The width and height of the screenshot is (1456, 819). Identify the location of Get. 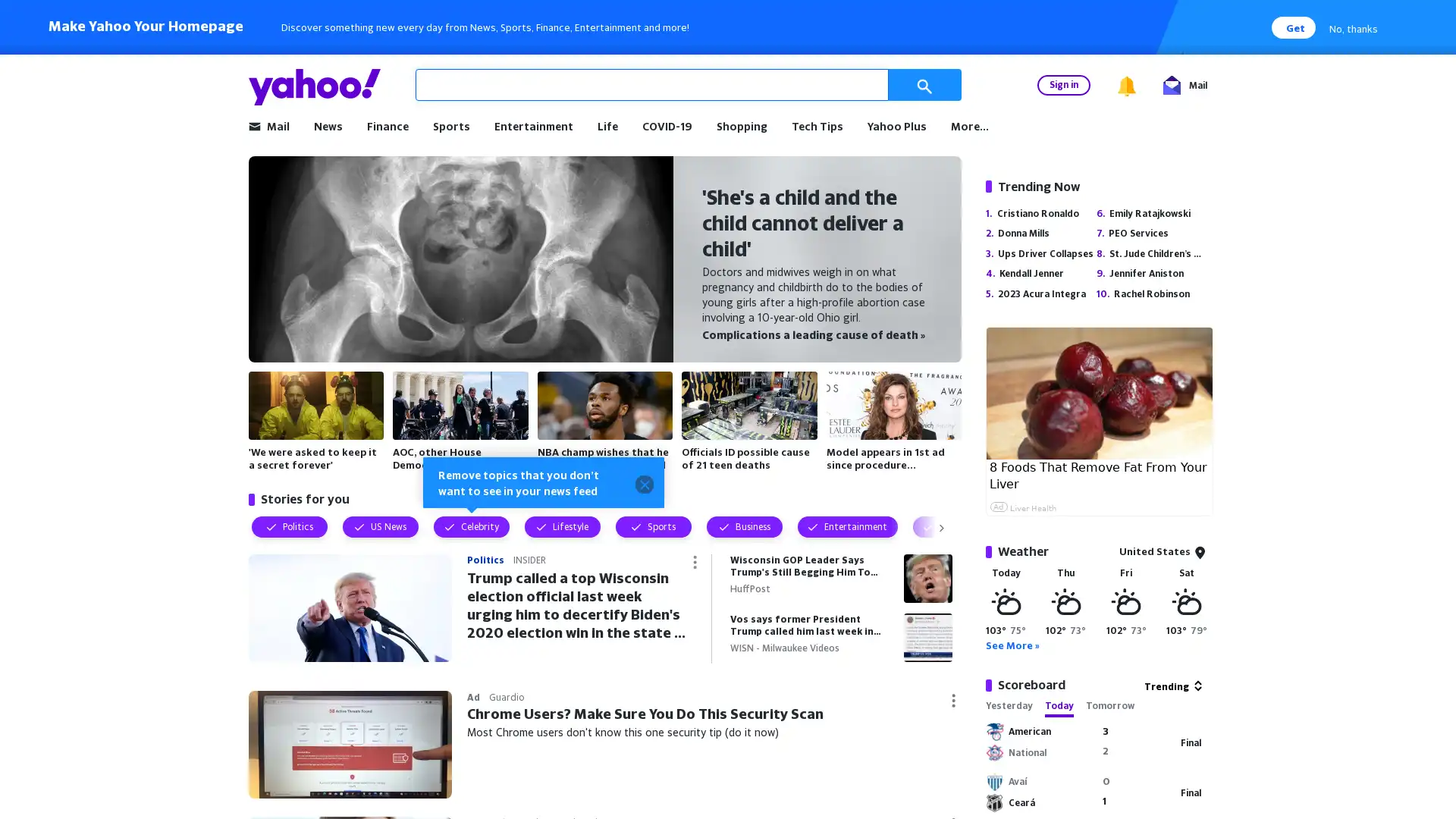
(1292, 27).